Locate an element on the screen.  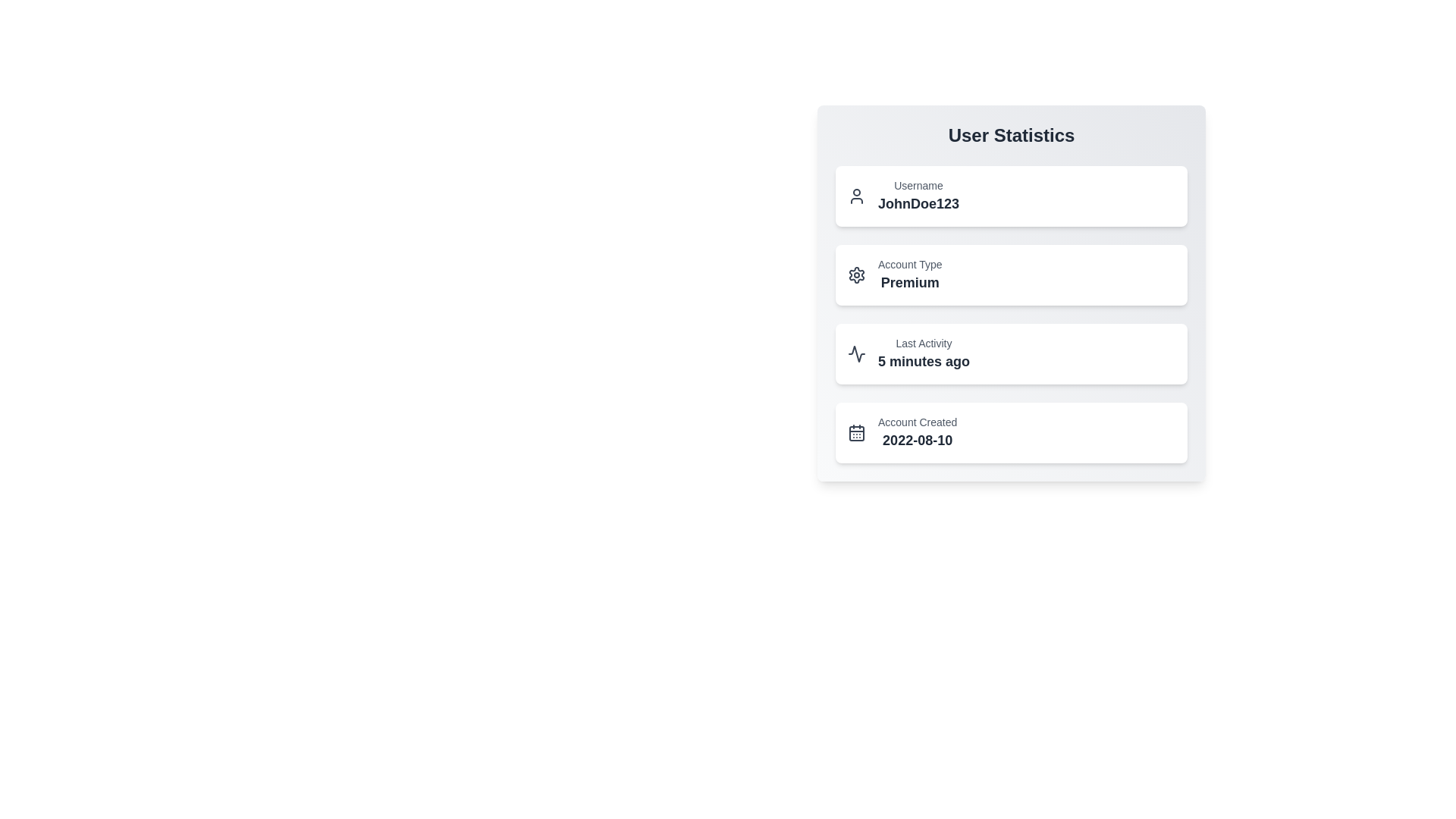
the 'Last Activity' text label that displays the timestamp information in a gray color, positioned in the third row of user account details is located at coordinates (923, 343).